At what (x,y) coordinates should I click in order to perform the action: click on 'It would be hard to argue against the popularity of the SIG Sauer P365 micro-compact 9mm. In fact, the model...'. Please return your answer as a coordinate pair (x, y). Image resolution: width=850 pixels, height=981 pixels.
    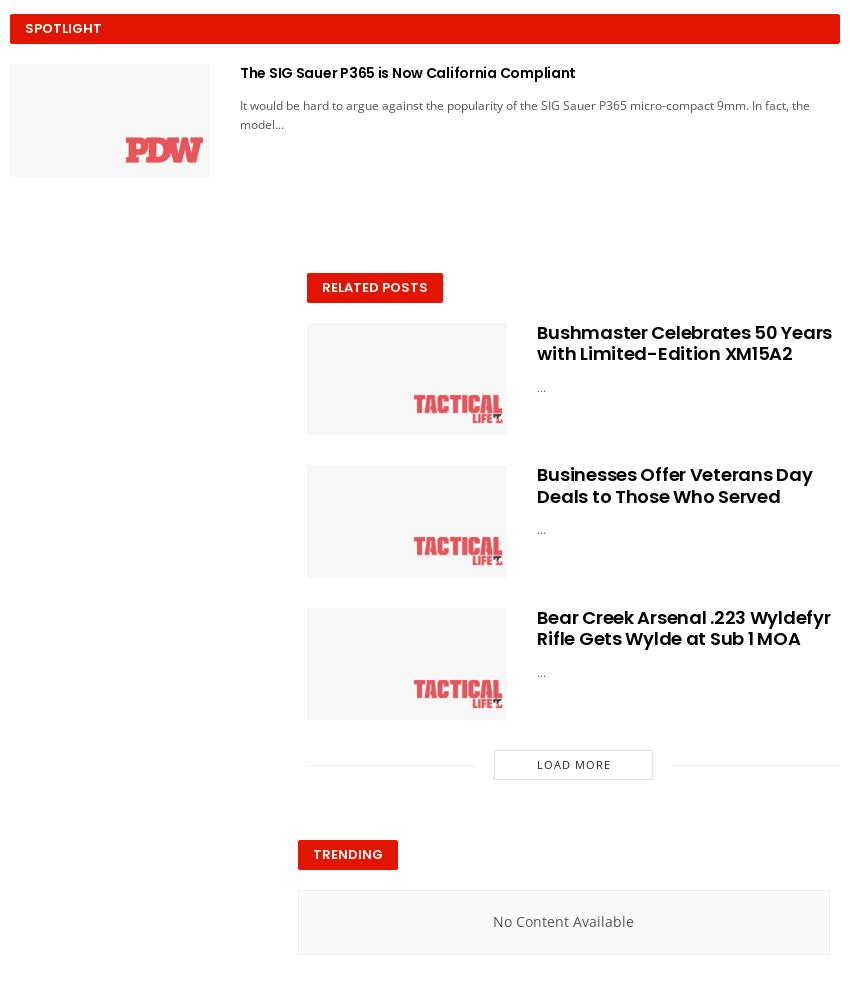
    Looking at the image, I should click on (523, 112).